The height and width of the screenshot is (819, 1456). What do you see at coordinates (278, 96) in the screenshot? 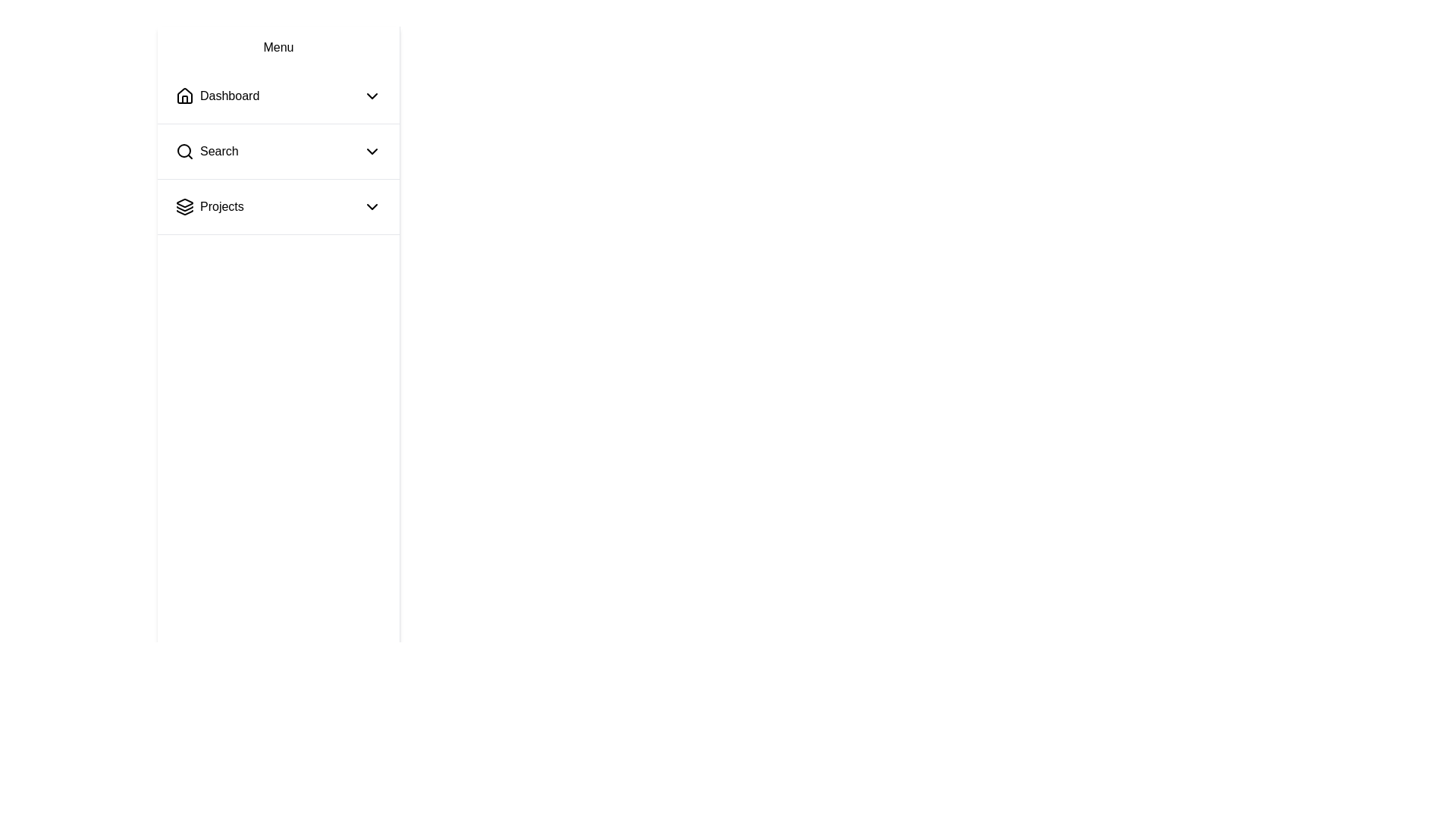
I see `the first row in the sidebar navigation menu labeled 'Dashboard'` at bounding box center [278, 96].